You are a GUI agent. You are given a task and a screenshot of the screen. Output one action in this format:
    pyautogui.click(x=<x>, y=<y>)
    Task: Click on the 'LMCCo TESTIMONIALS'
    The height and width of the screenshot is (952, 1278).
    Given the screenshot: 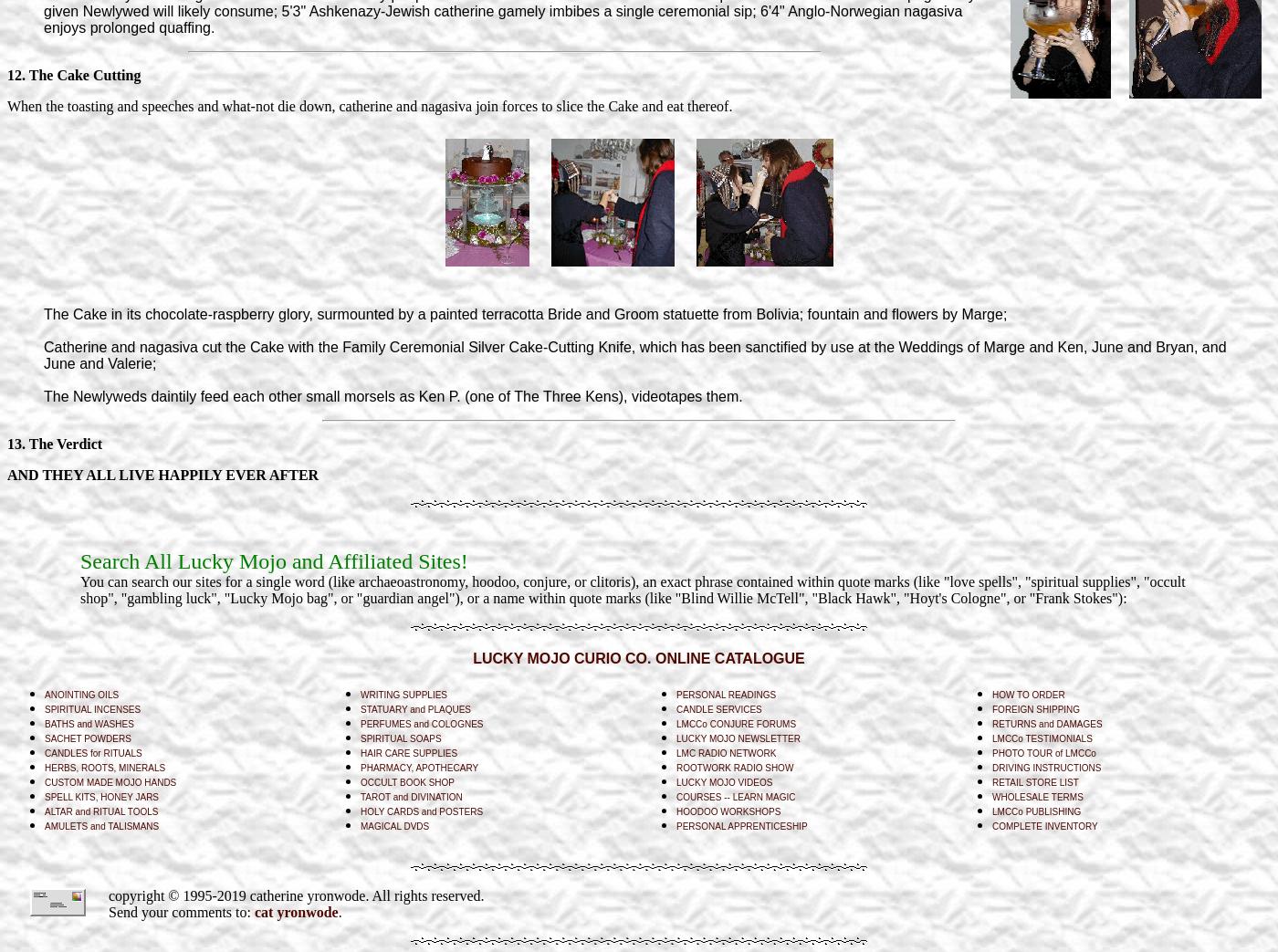 What is the action you would take?
    pyautogui.click(x=991, y=737)
    